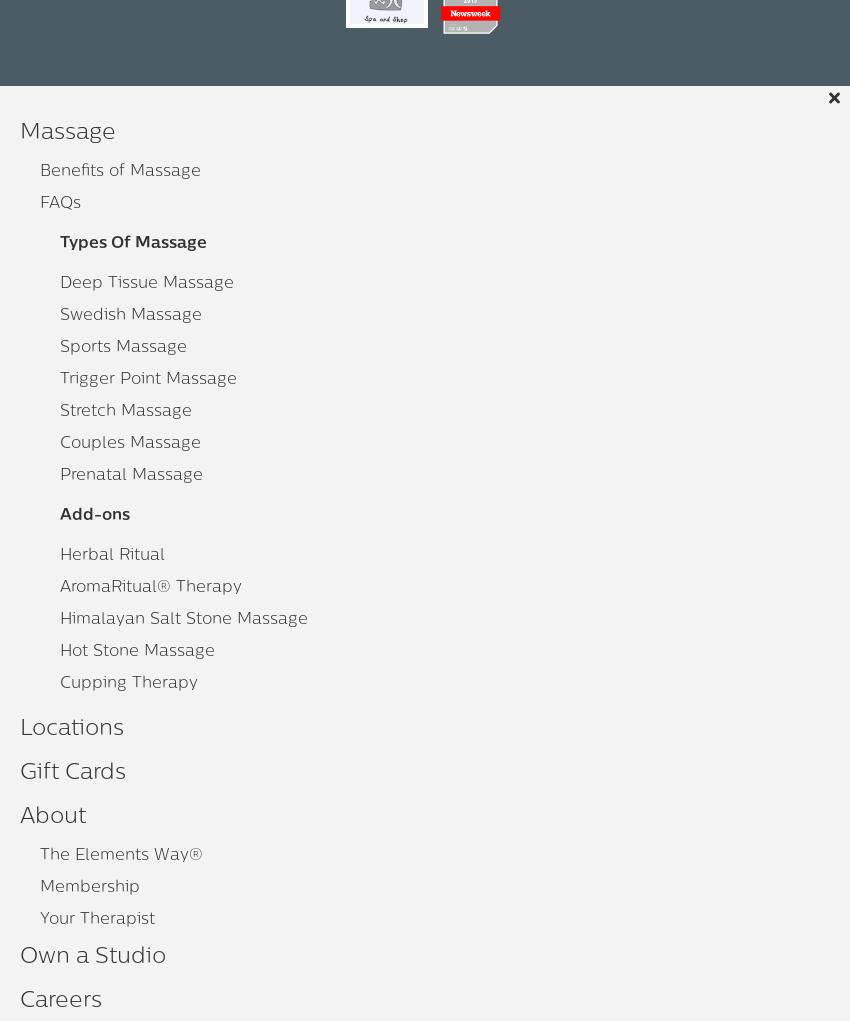 This screenshot has height=1021, width=850. Describe the element at coordinates (133, 243) in the screenshot. I see `'Types Of Massage'` at that location.